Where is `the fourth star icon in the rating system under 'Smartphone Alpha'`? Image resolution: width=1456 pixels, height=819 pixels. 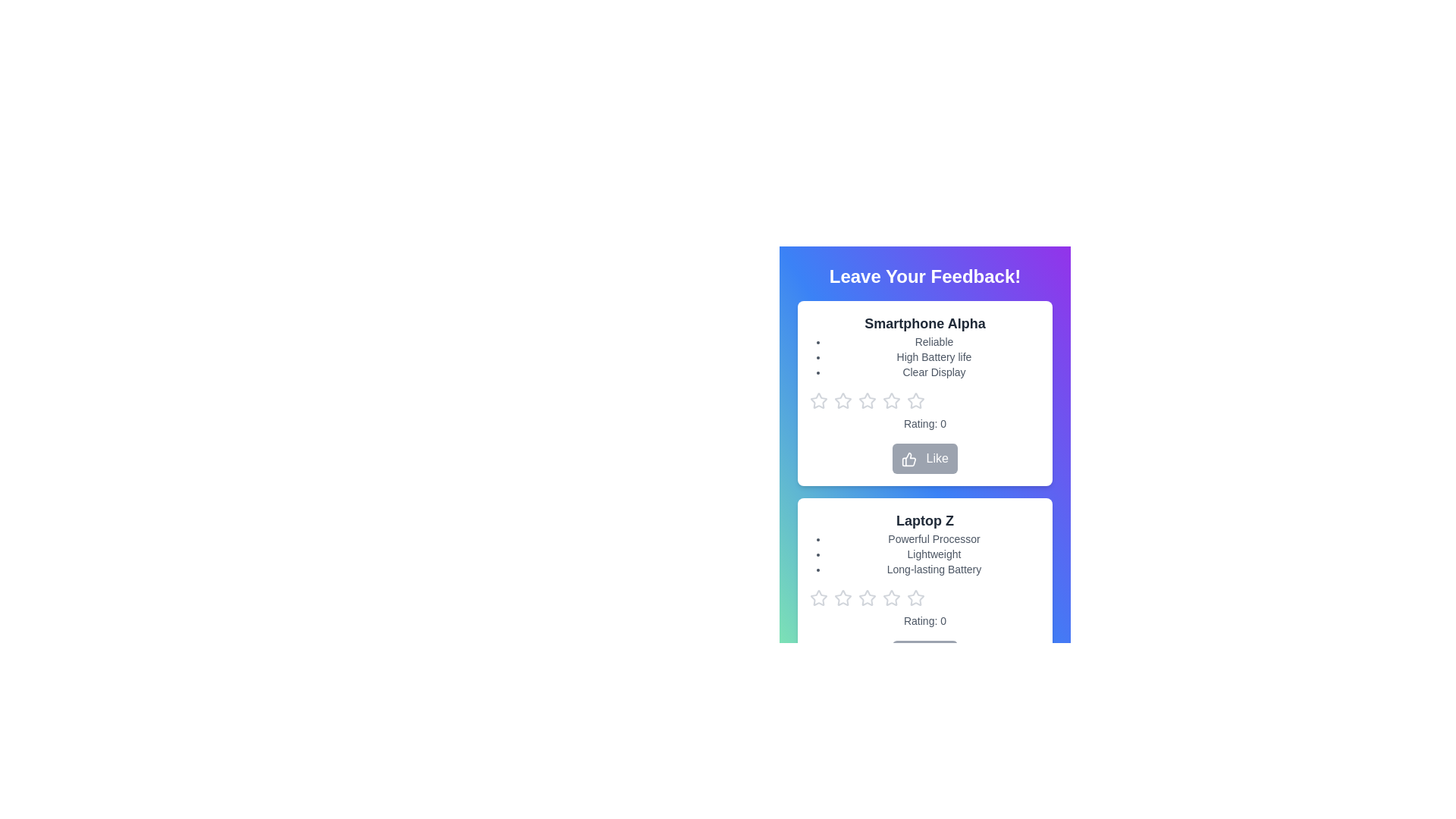
the fourth star icon in the rating system under 'Smartphone Alpha' is located at coordinates (867, 400).